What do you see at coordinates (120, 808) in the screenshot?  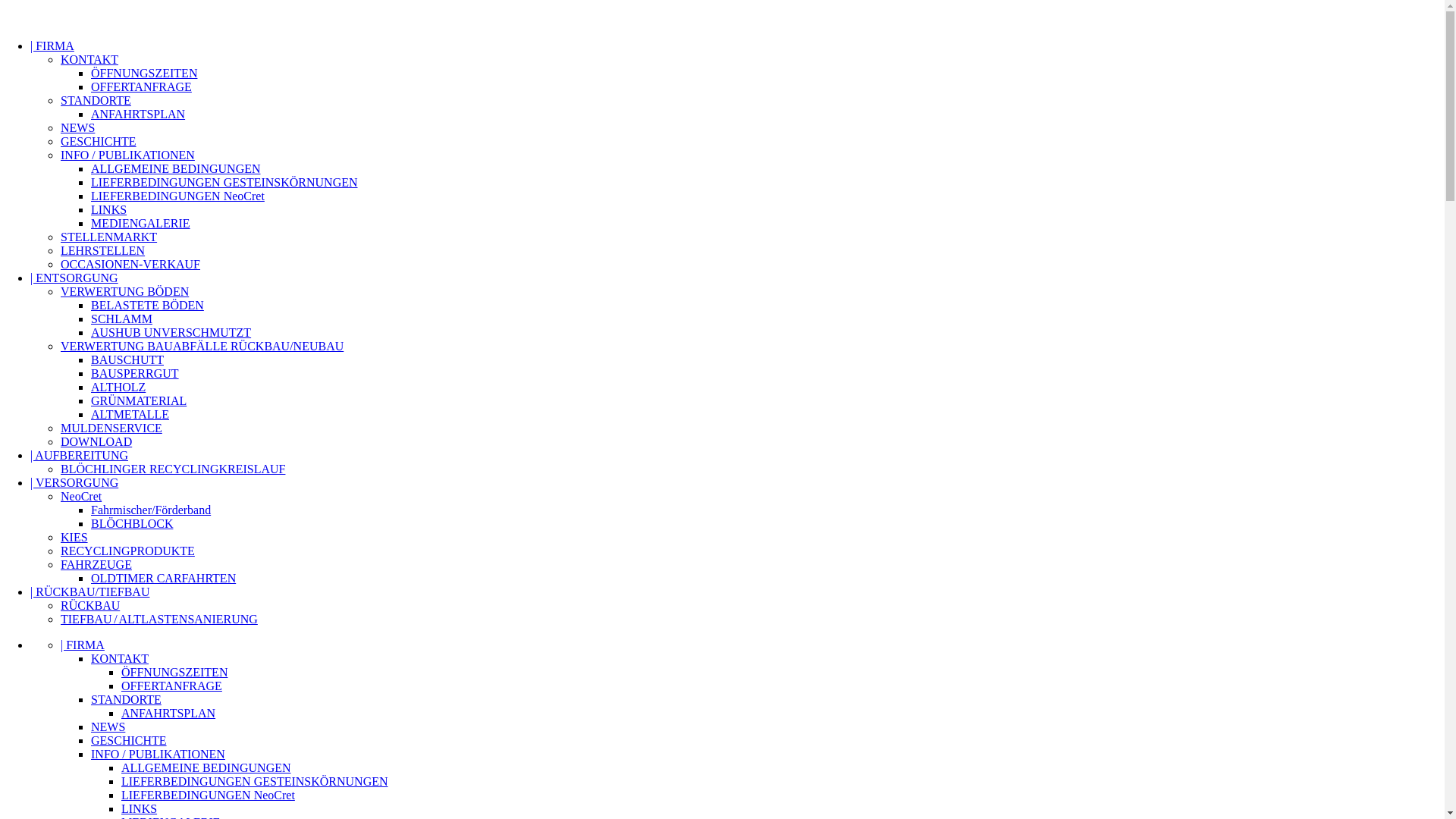 I see `'LINKS'` at bounding box center [120, 808].